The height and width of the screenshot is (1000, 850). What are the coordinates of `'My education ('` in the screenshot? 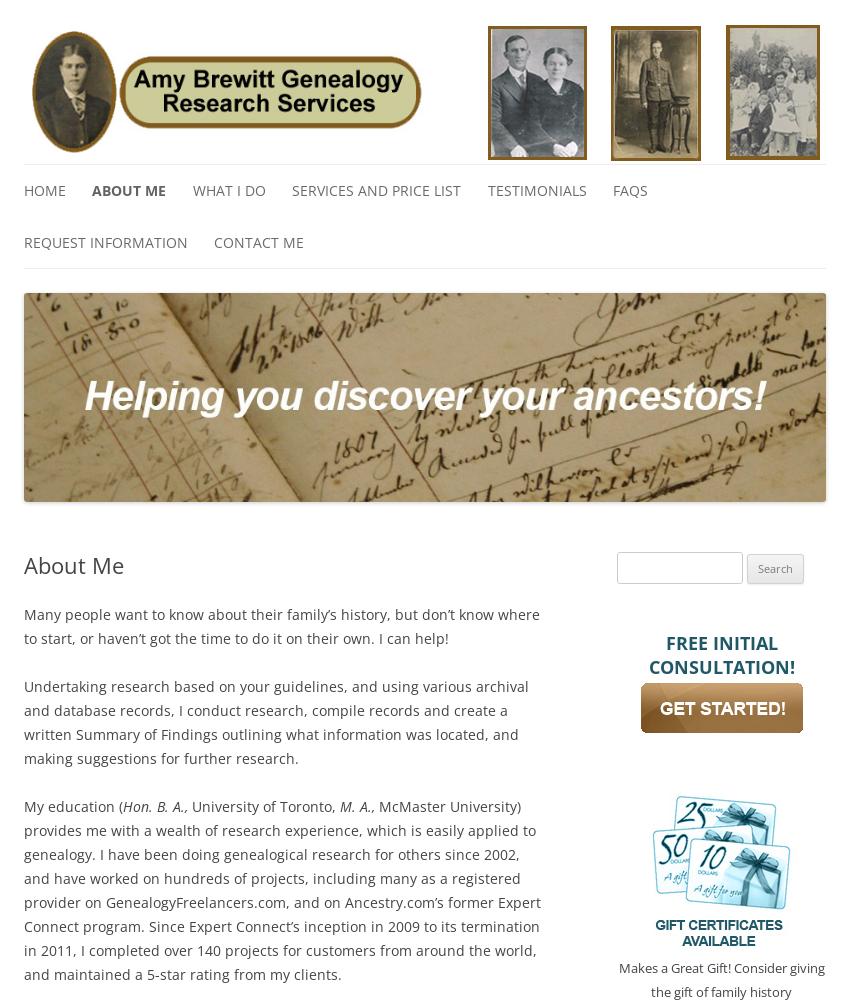 It's located at (73, 805).